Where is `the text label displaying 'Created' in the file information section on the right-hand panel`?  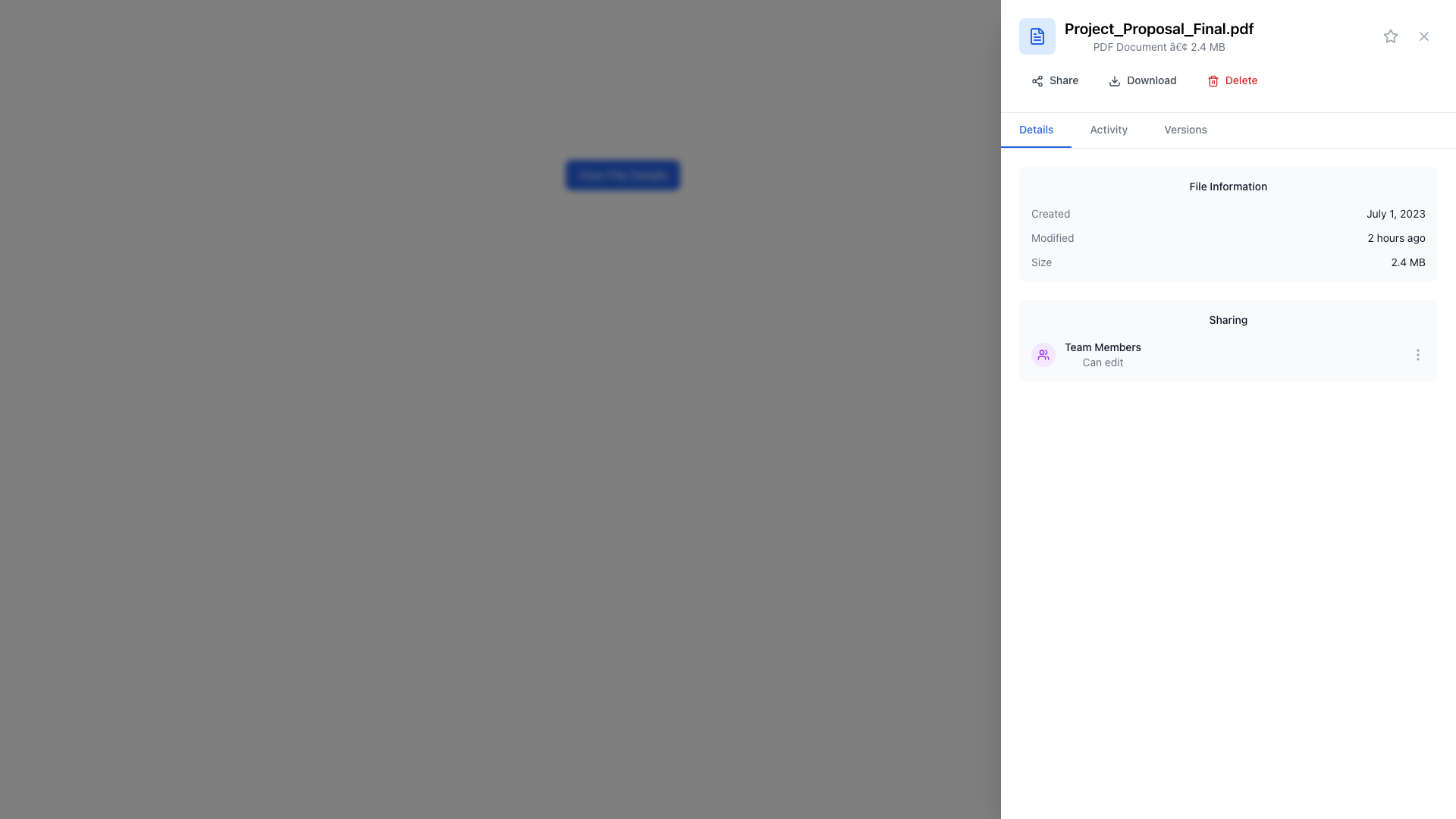
the text label displaying 'Created' in the file information section on the right-hand panel is located at coordinates (1050, 213).